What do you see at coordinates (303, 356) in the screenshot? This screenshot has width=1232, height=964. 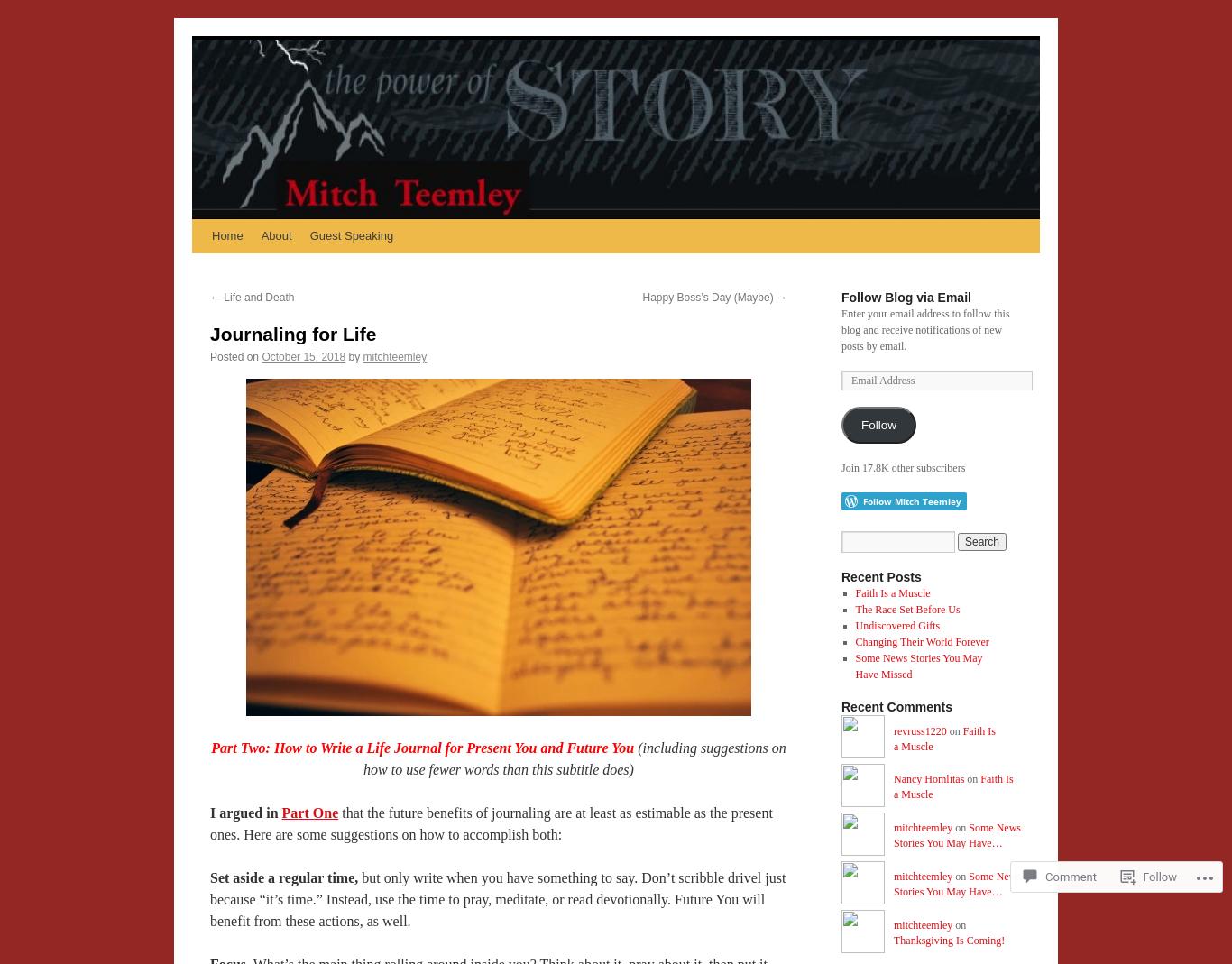 I see `'October 15, 2018'` at bounding box center [303, 356].